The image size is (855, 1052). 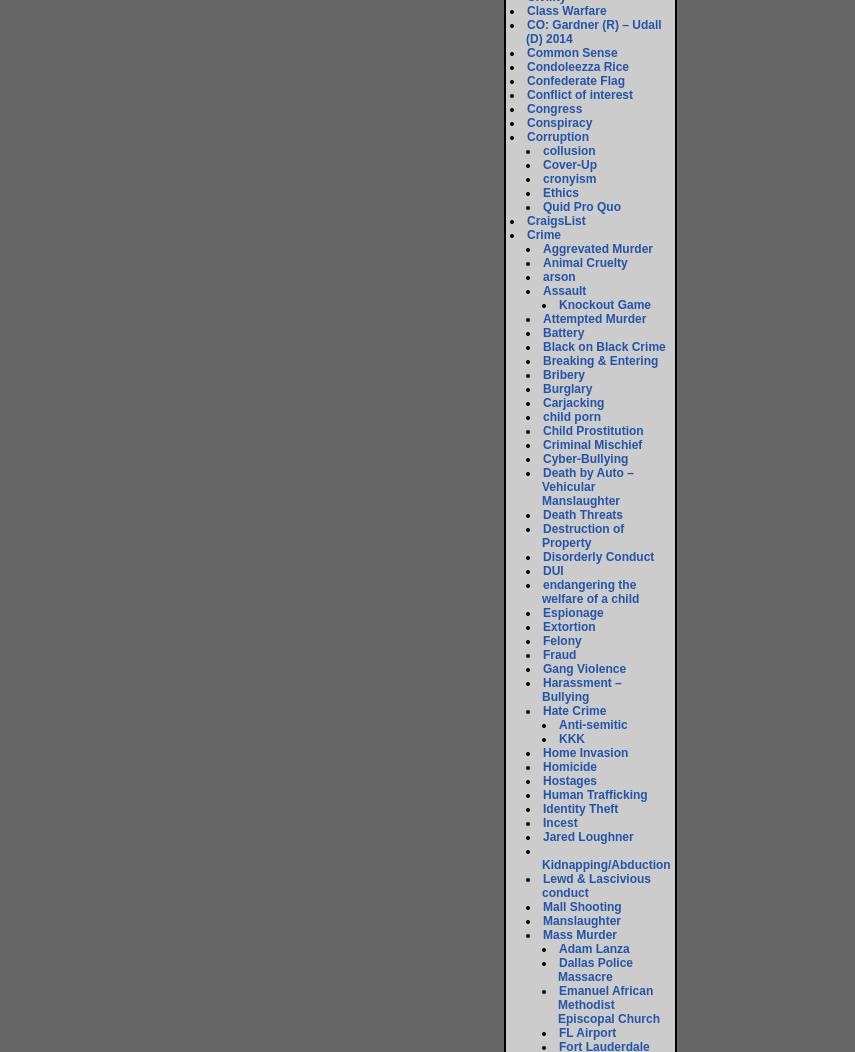 What do you see at coordinates (557, 1004) in the screenshot?
I see `'Emanuel African Methodist Episcopal Church'` at bounding box center [557, 1004].